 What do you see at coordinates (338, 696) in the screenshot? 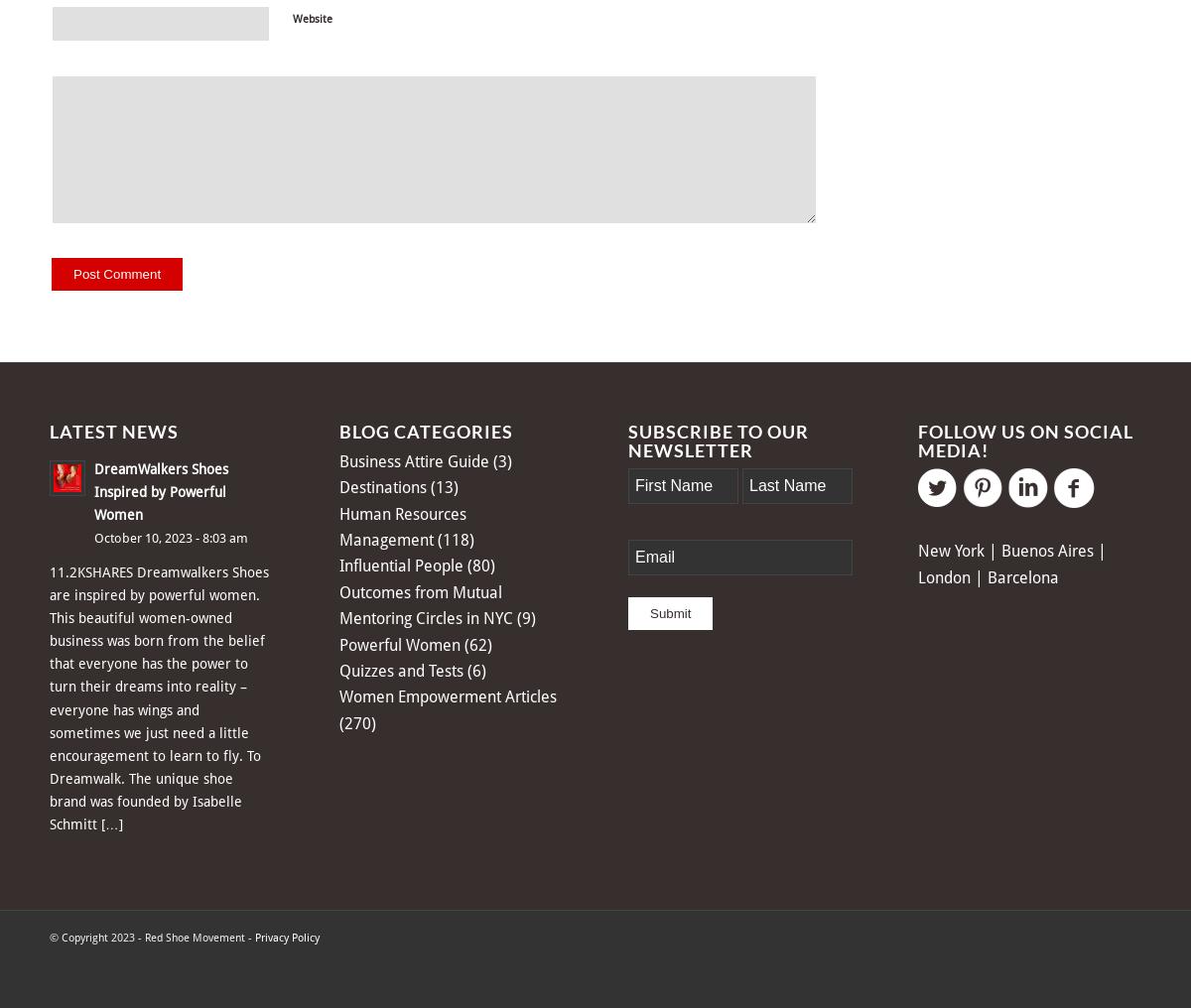
I see `'Women Empowerment Articles'` at bounding box center [338, 696].